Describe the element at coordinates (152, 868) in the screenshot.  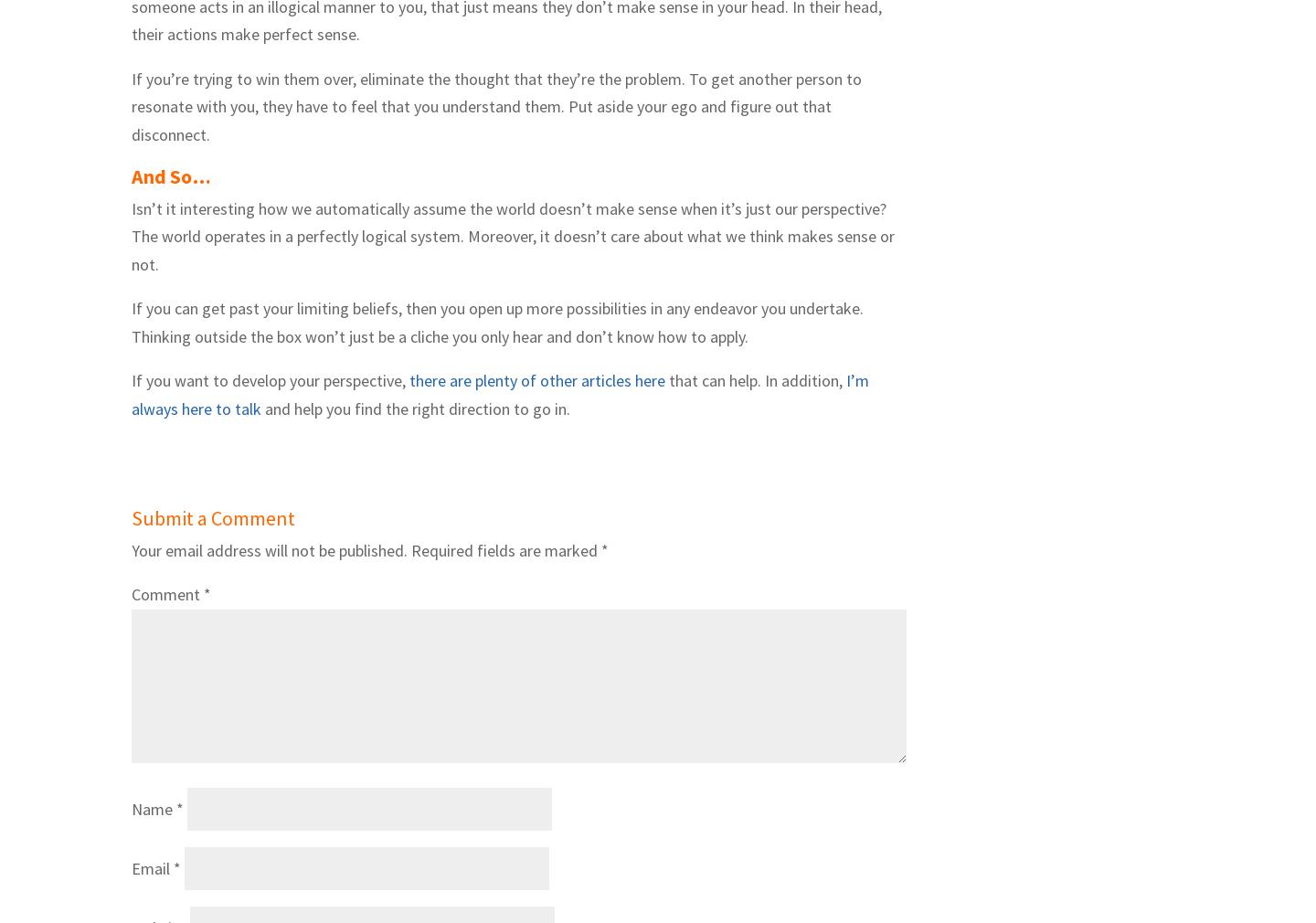
I see `'Email'` at that location.